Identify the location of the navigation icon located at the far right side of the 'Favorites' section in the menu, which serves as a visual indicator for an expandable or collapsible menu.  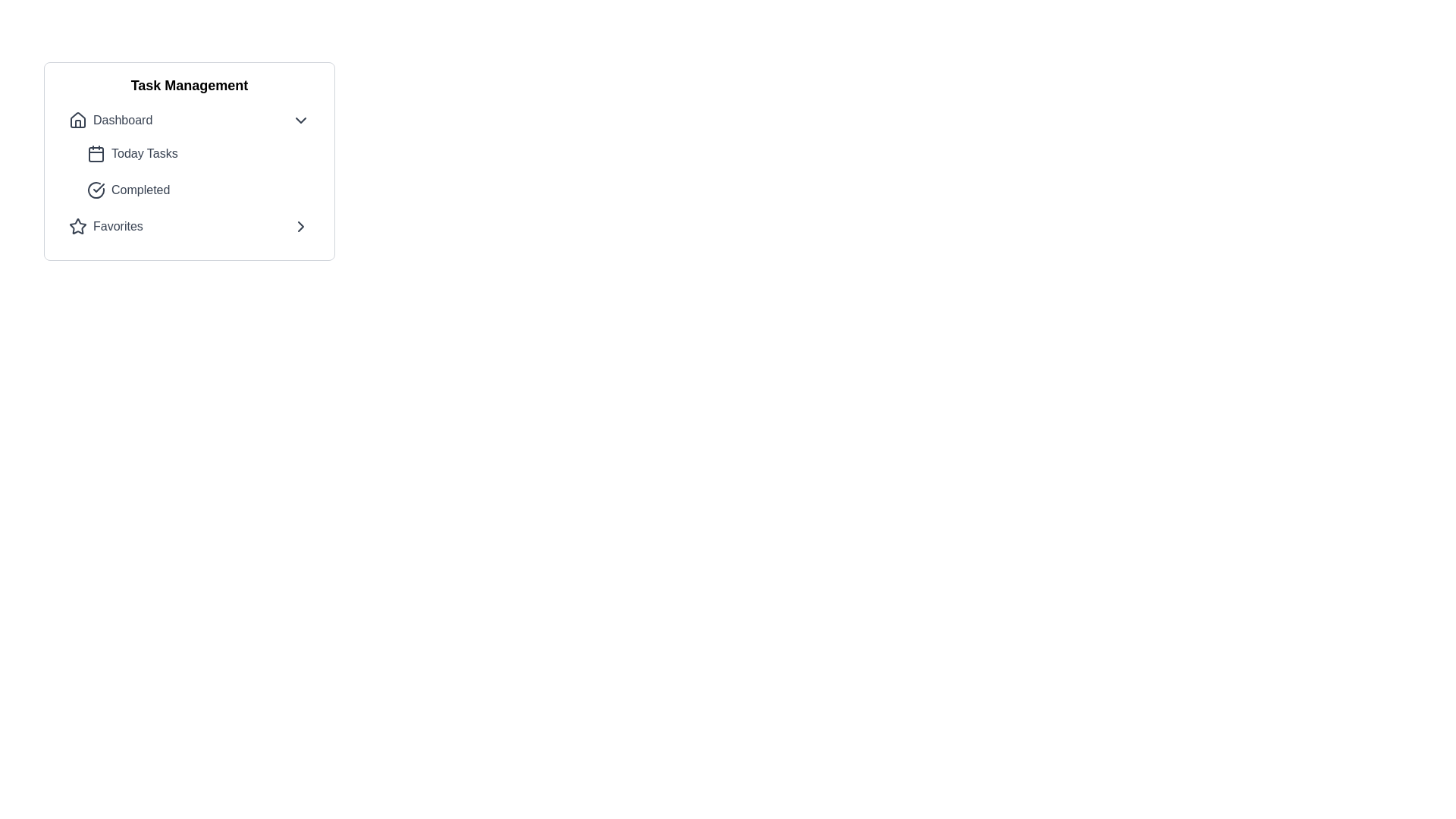
(301, 227).